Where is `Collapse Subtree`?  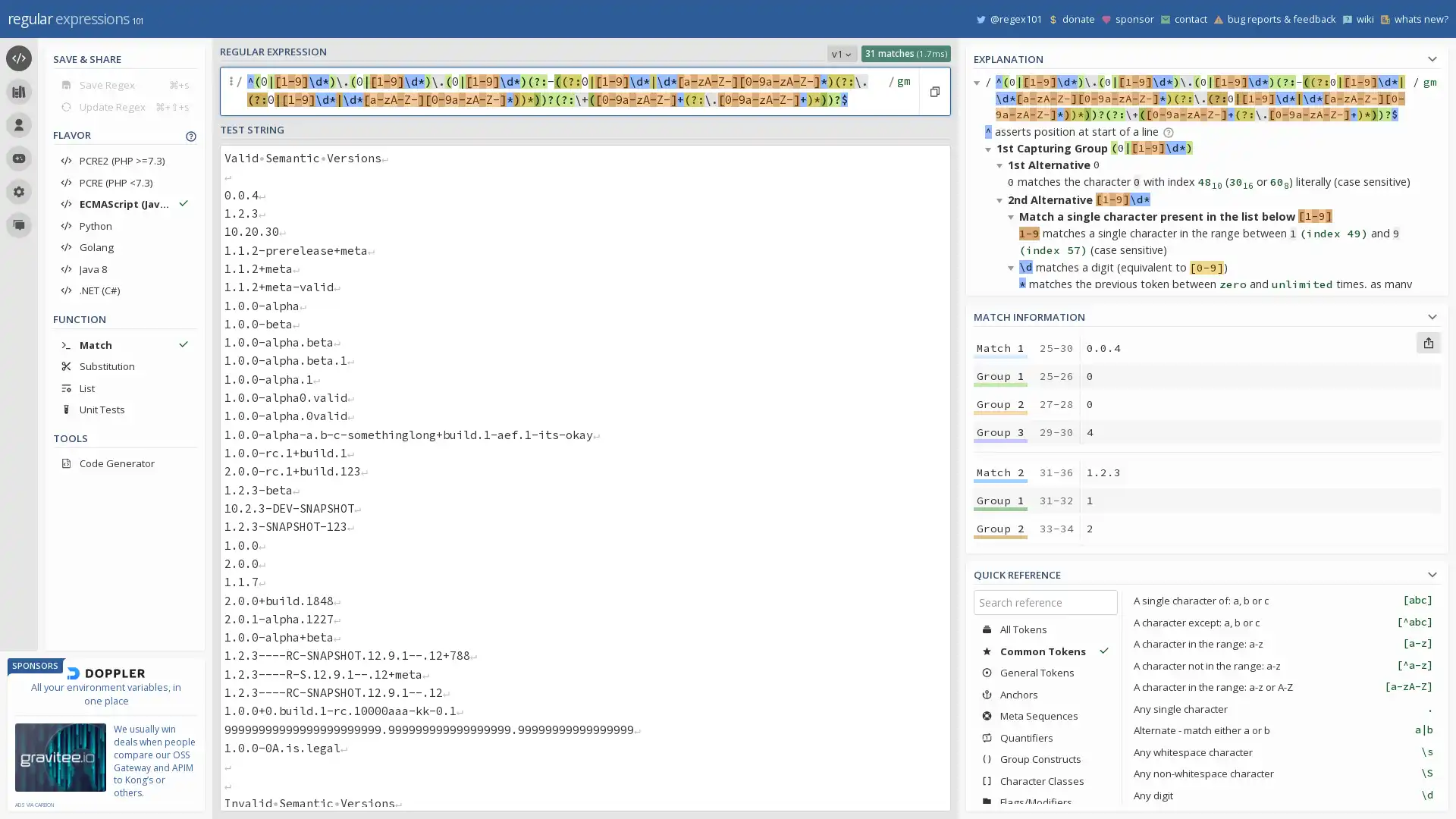 Collapse Subtree is located at coordinates (1013, 644).